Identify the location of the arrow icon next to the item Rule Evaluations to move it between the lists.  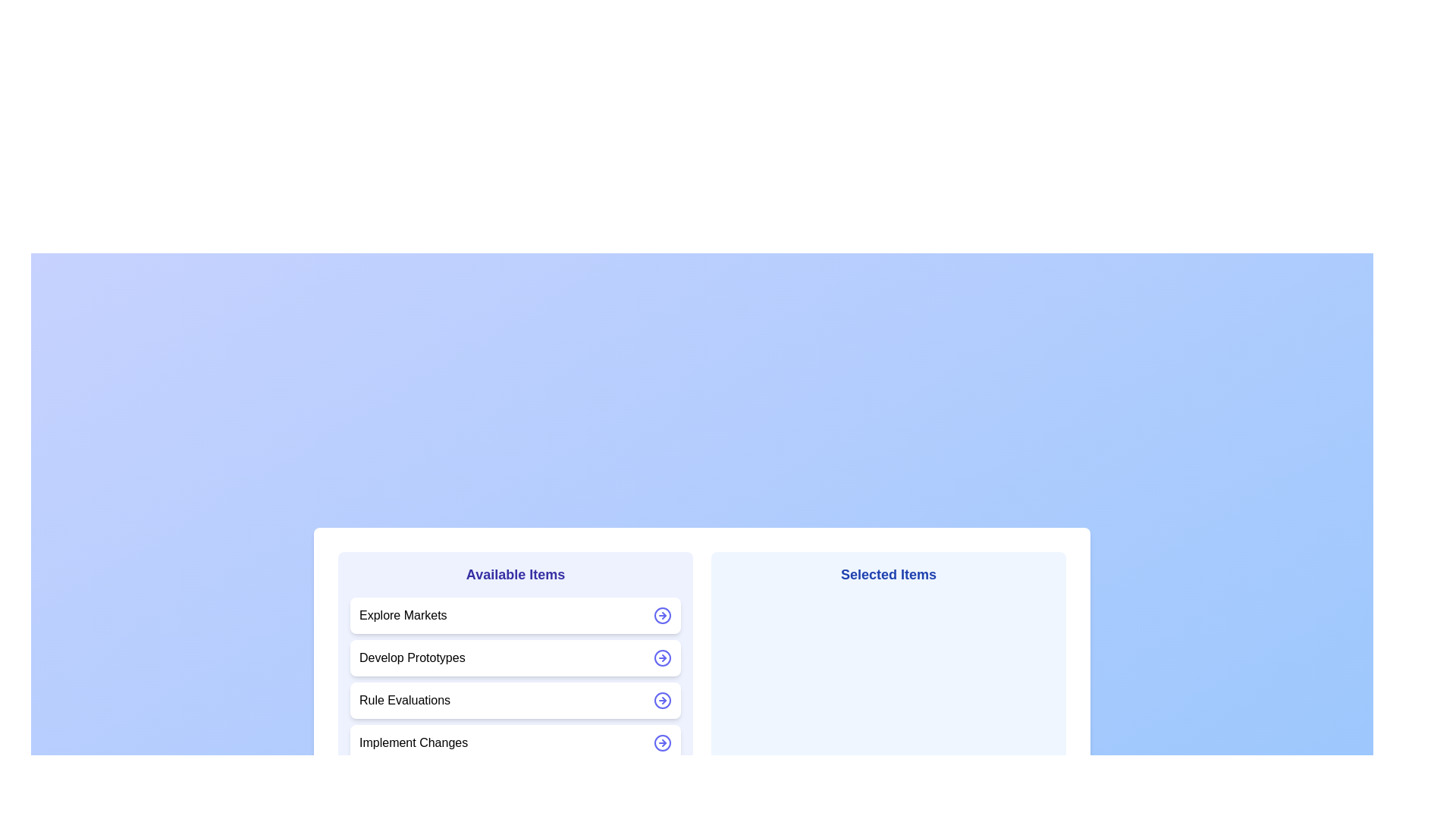
(662, 701).